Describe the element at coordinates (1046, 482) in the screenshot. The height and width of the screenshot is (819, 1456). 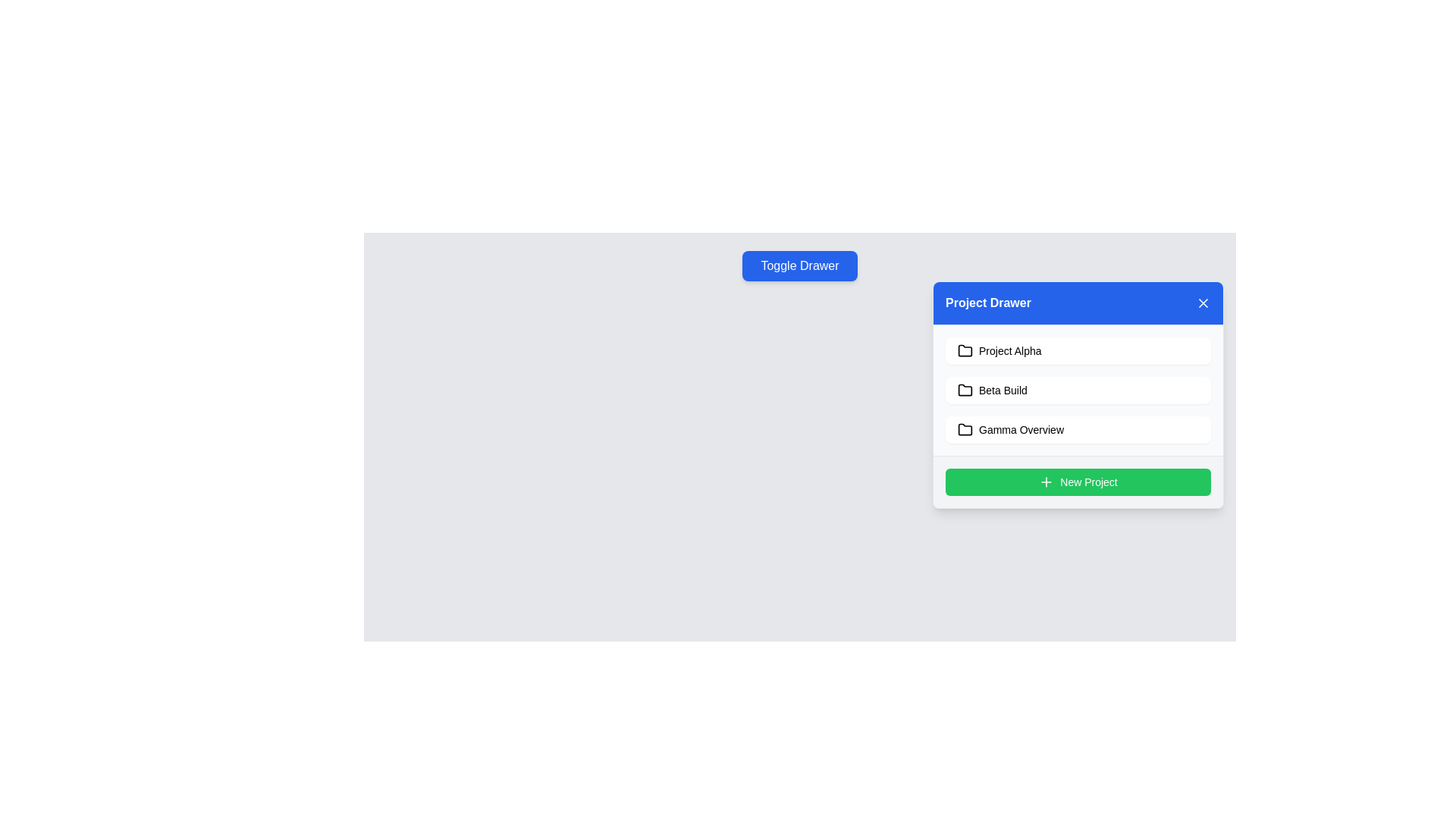
I see `the SVG plus icon located within the green 'New Project' button at the bottom of the Project Drawer interface` at that location.